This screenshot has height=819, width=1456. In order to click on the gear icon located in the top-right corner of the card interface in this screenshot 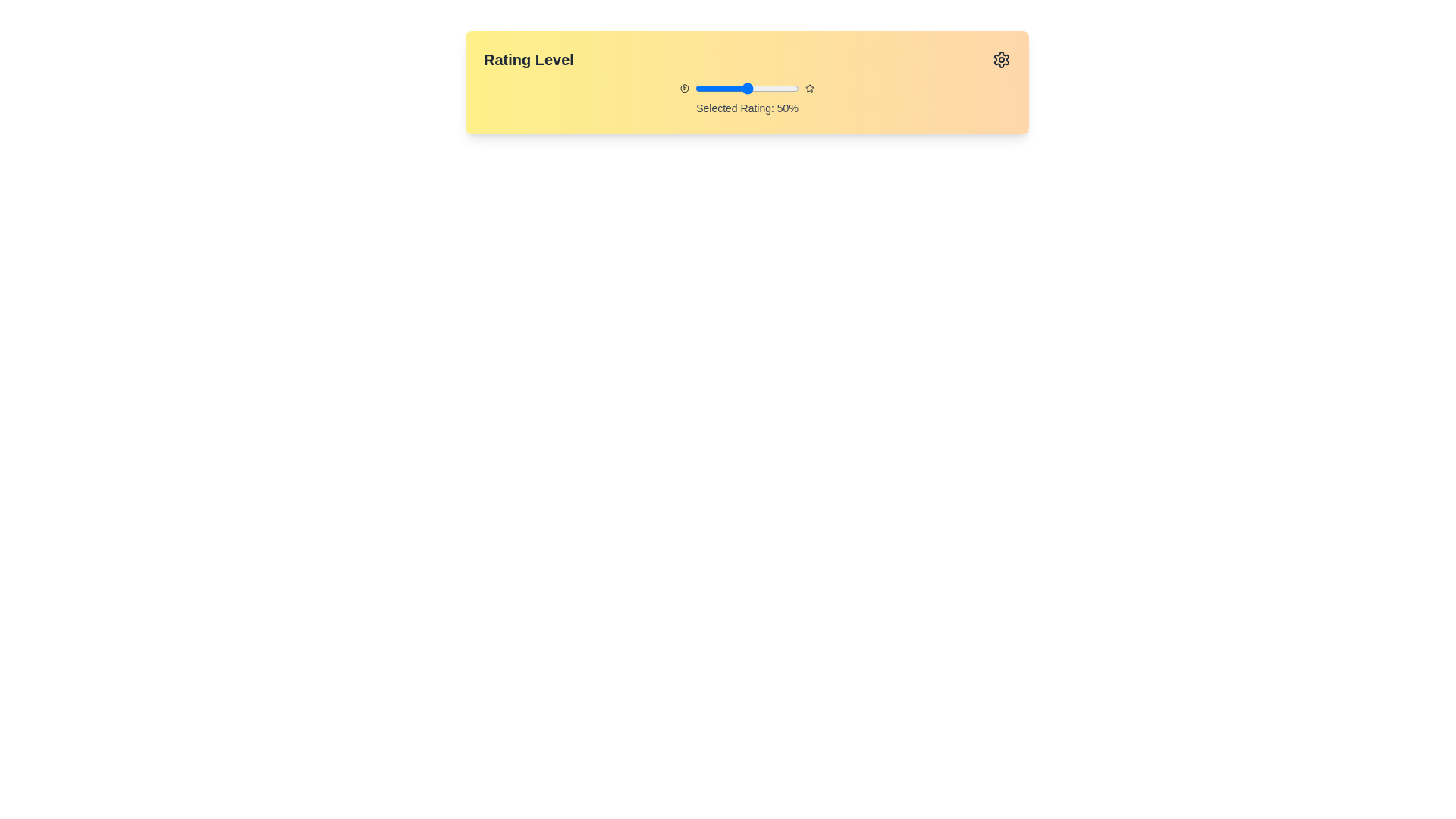, I will do `click(1001, 58)`.